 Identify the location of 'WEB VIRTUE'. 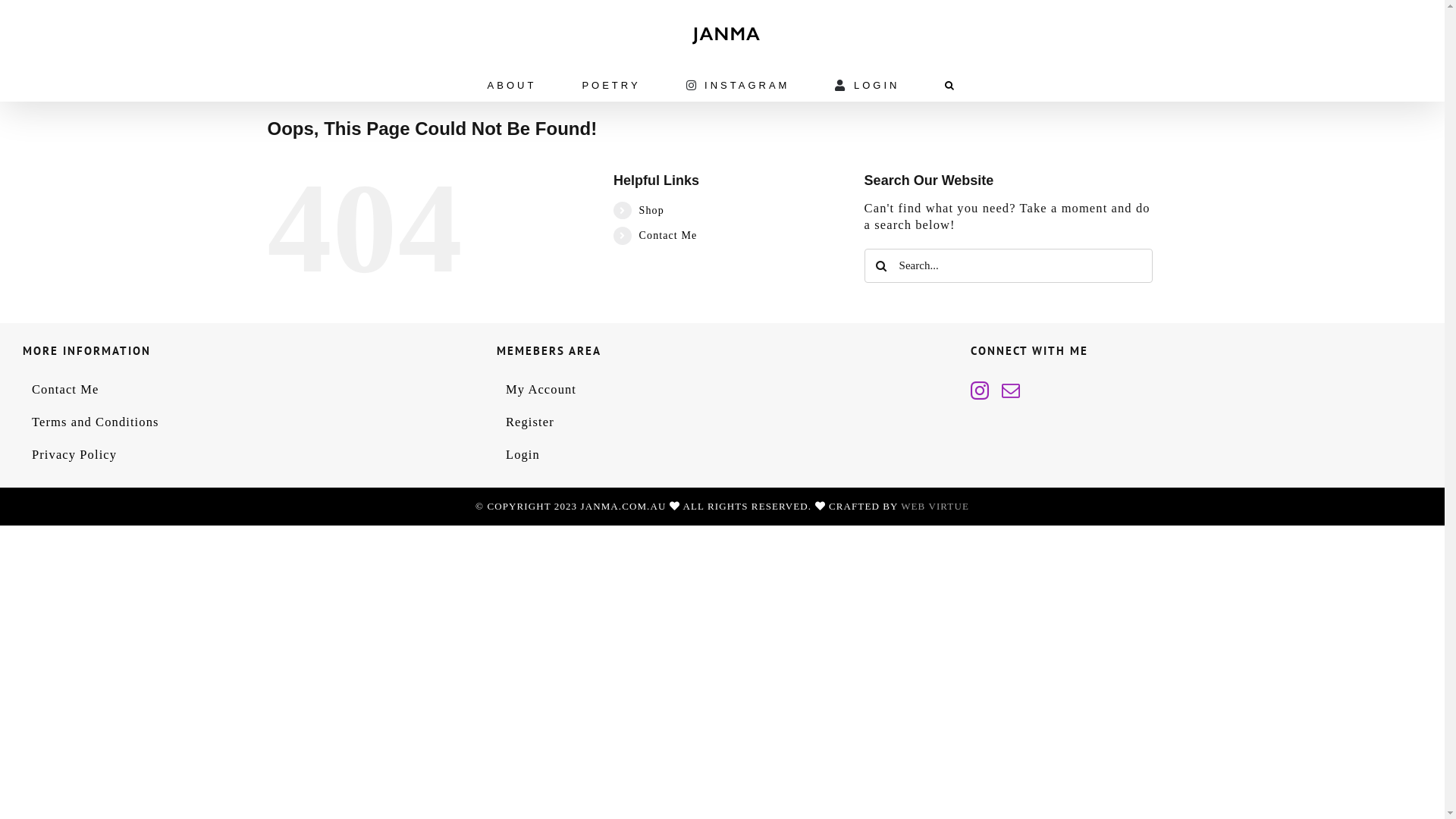
(934, 506).